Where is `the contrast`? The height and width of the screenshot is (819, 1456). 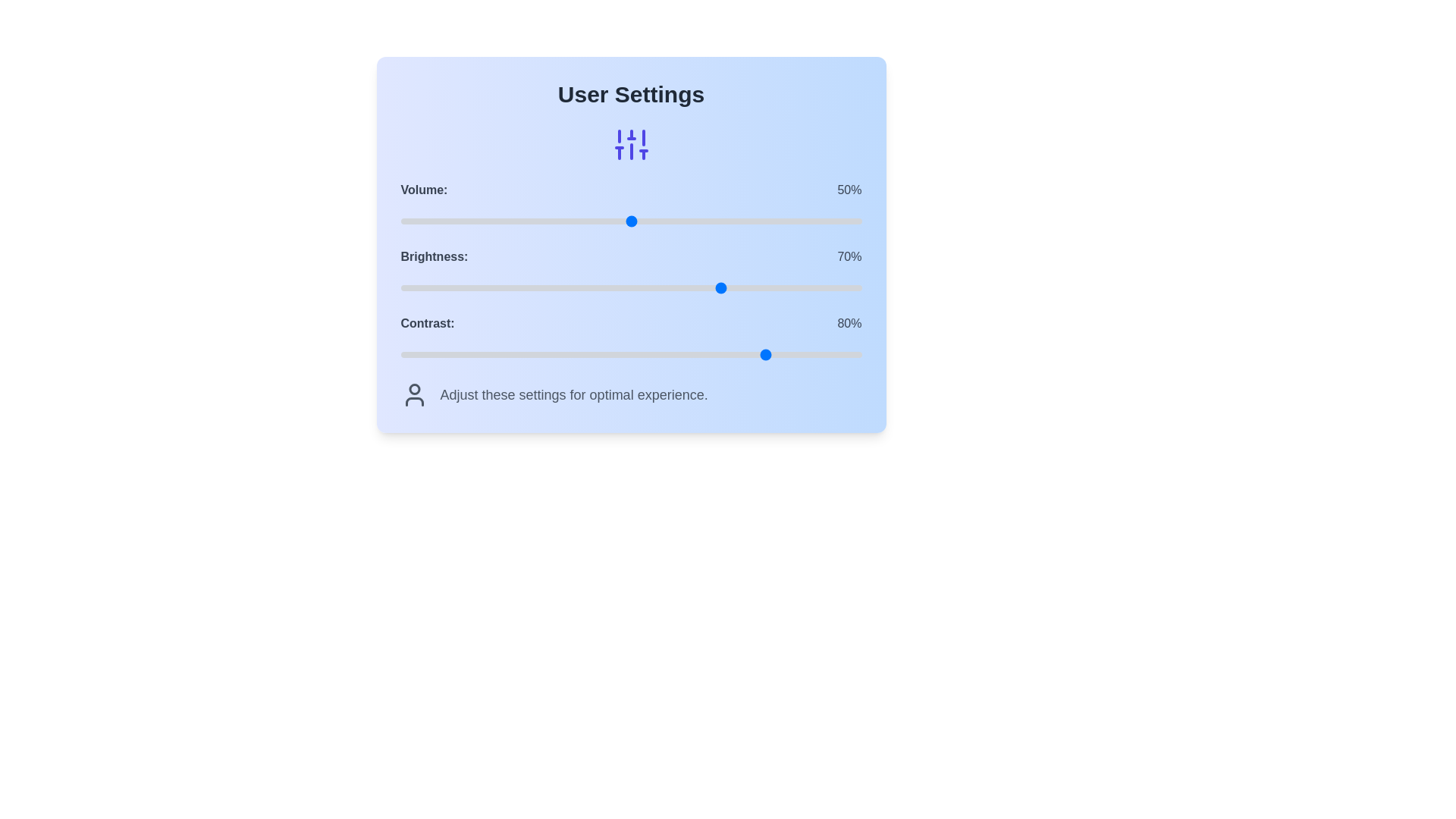 the contrast is located at coordinates (603, 354).